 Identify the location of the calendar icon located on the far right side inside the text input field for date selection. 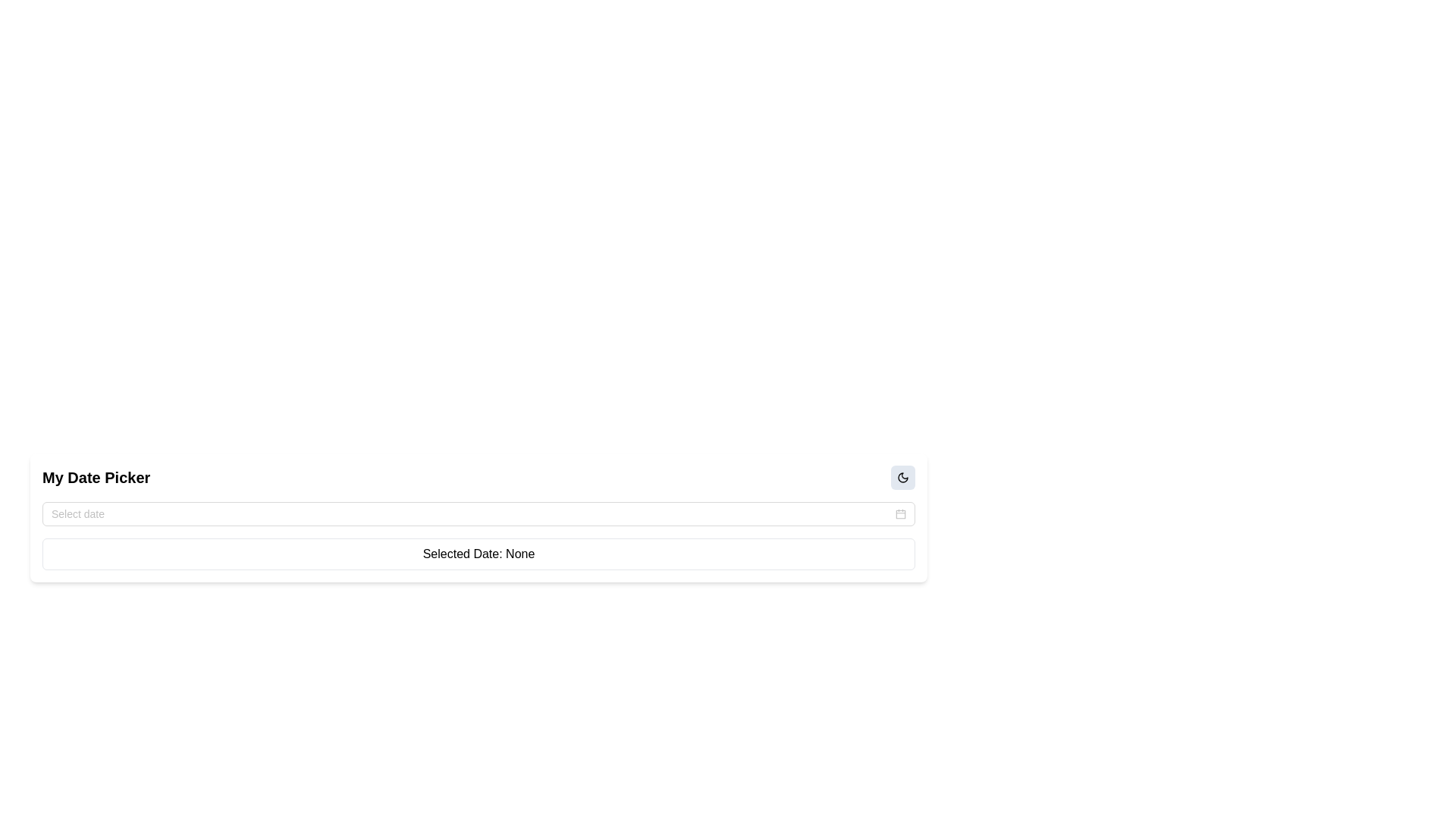
(901, 513).